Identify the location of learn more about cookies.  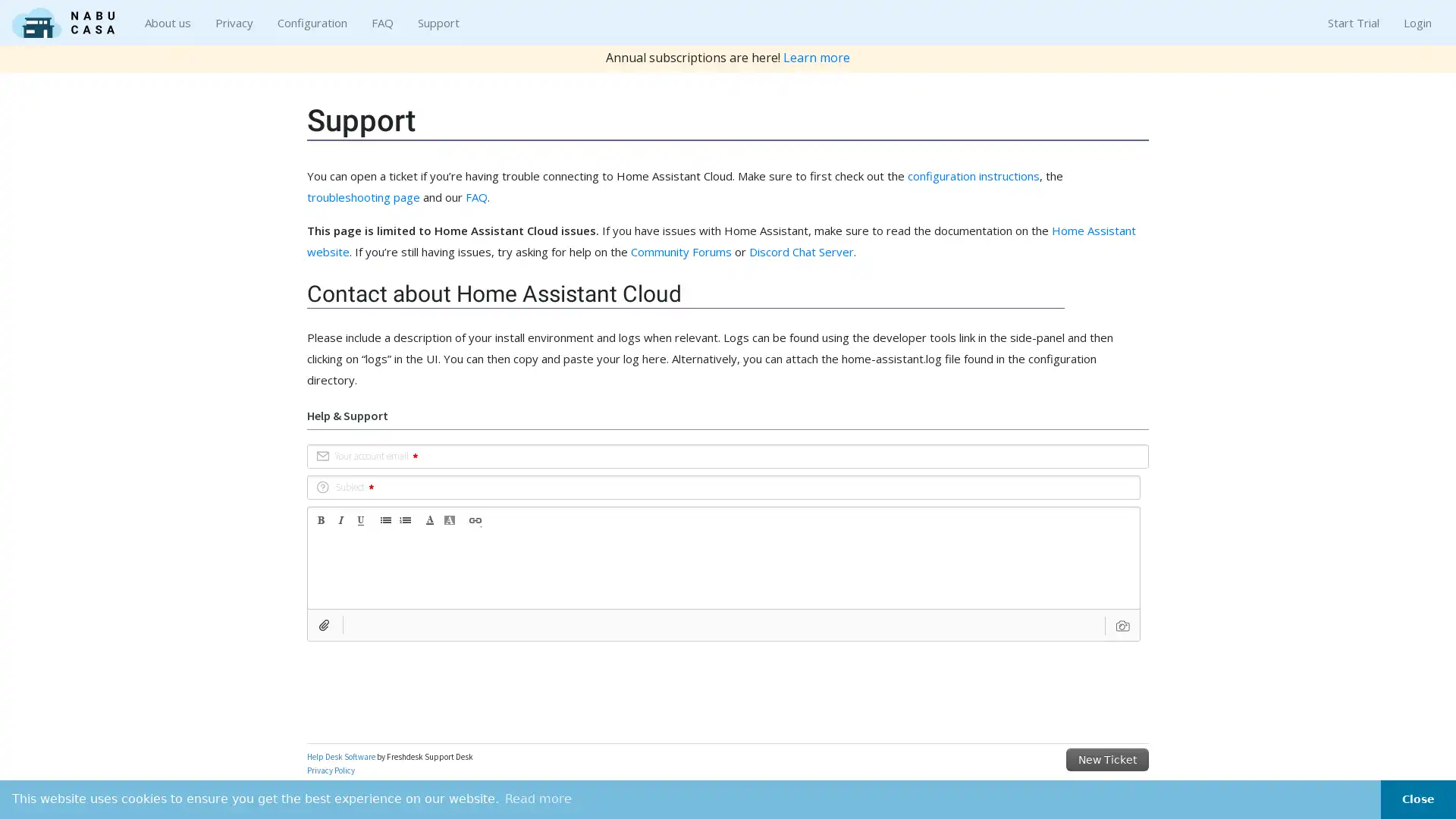
(538, 798).